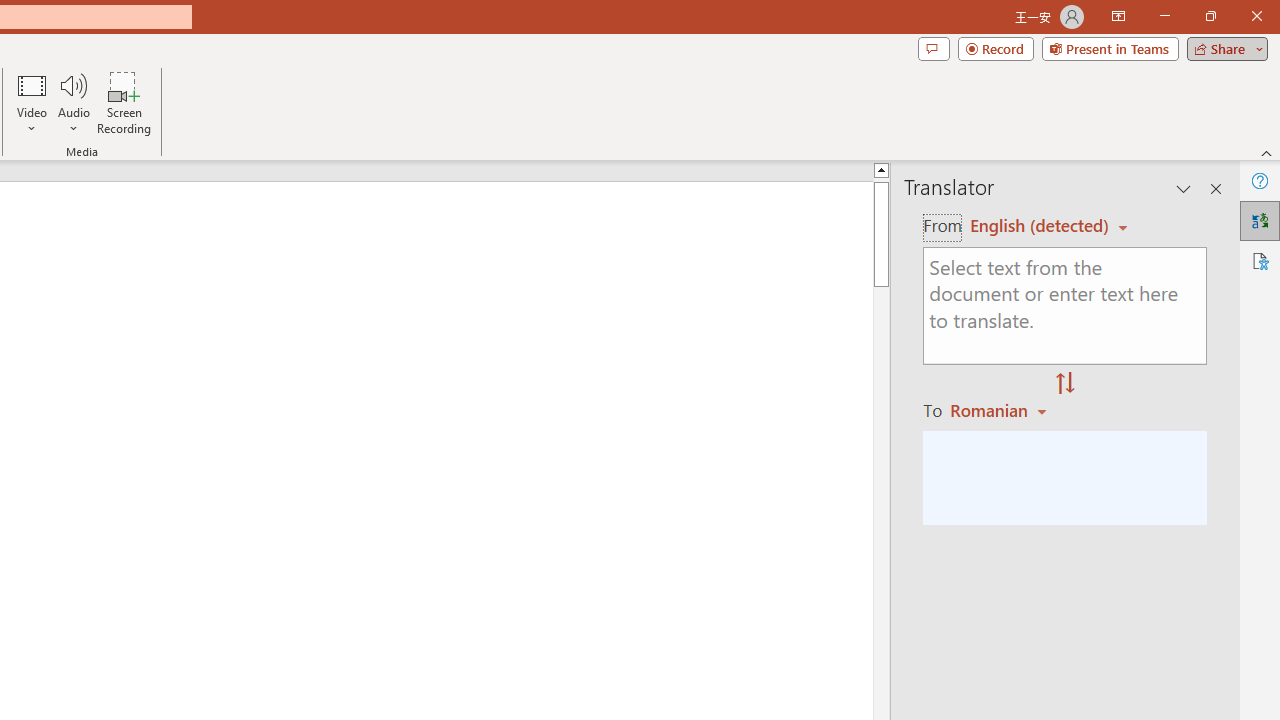 This screenshot has width=1280, height=720. I want to click on 'Romanian', so click(1001, 409).